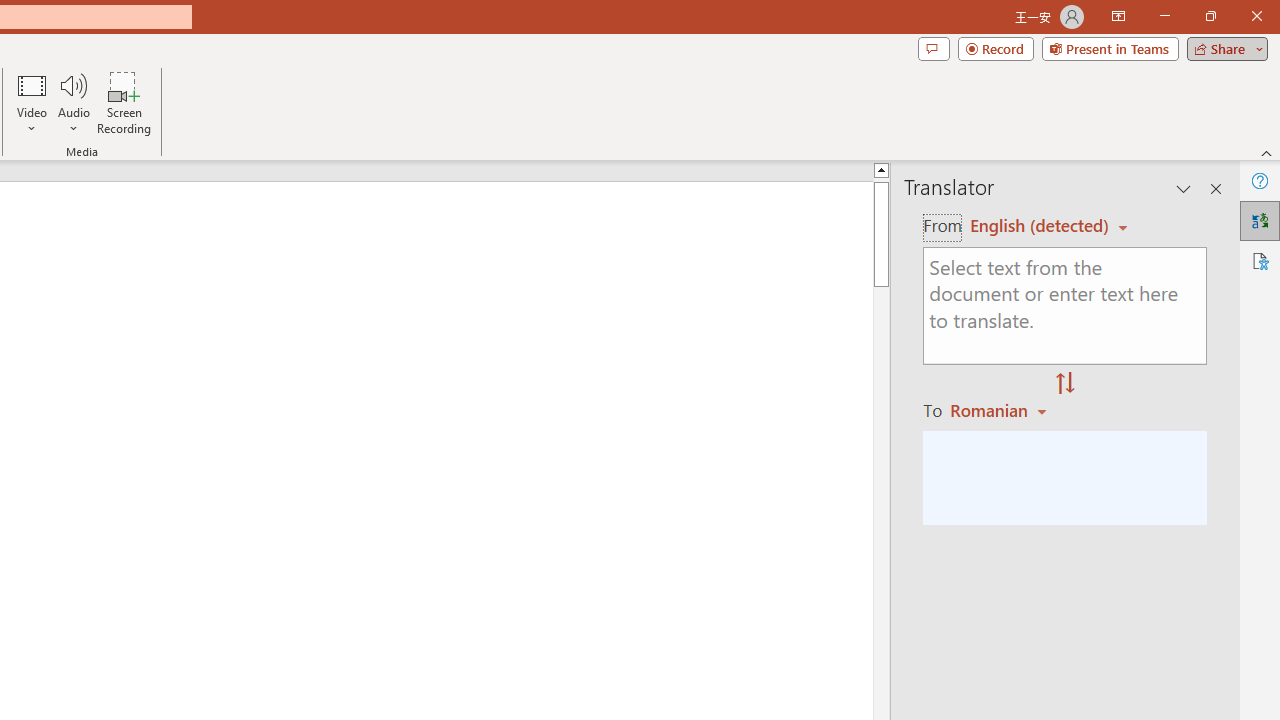 This screenshot has width=1280, height=720. I want to click on 'Romanian', so click(1001, 409).